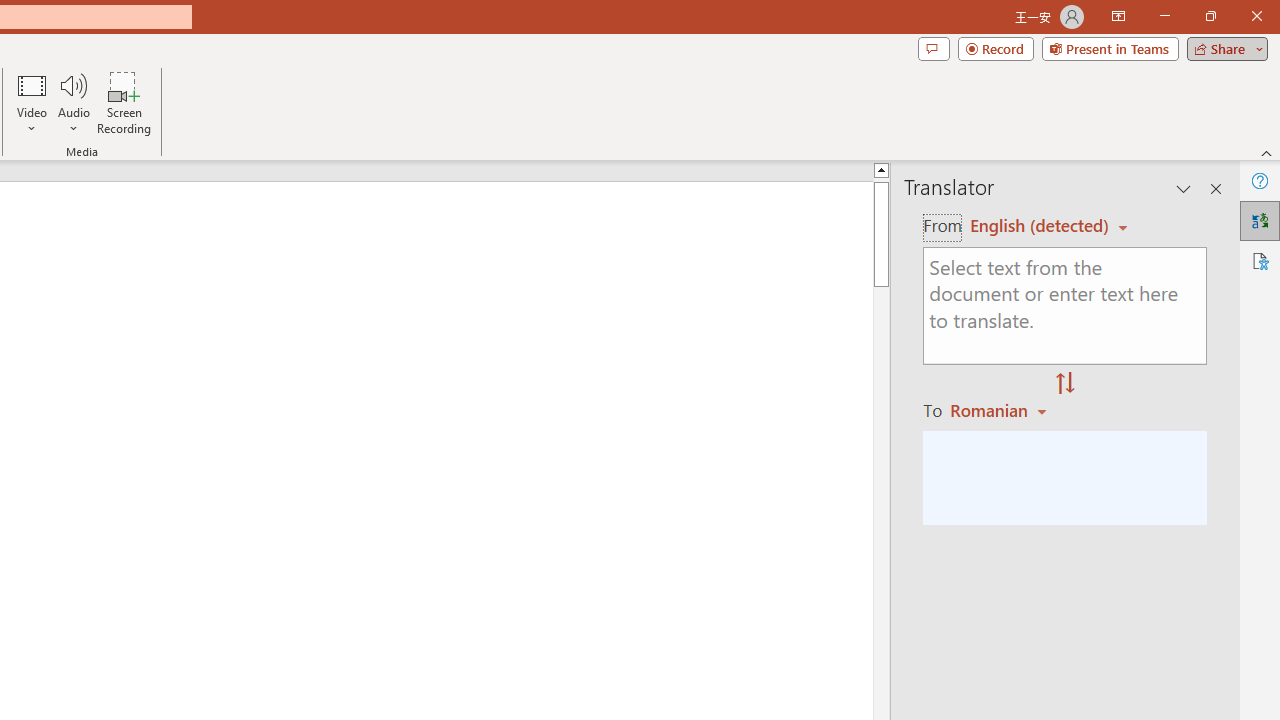 This screenshot has width=1280, height=720. I want to click on 'Romanian', so click(1001, 409).